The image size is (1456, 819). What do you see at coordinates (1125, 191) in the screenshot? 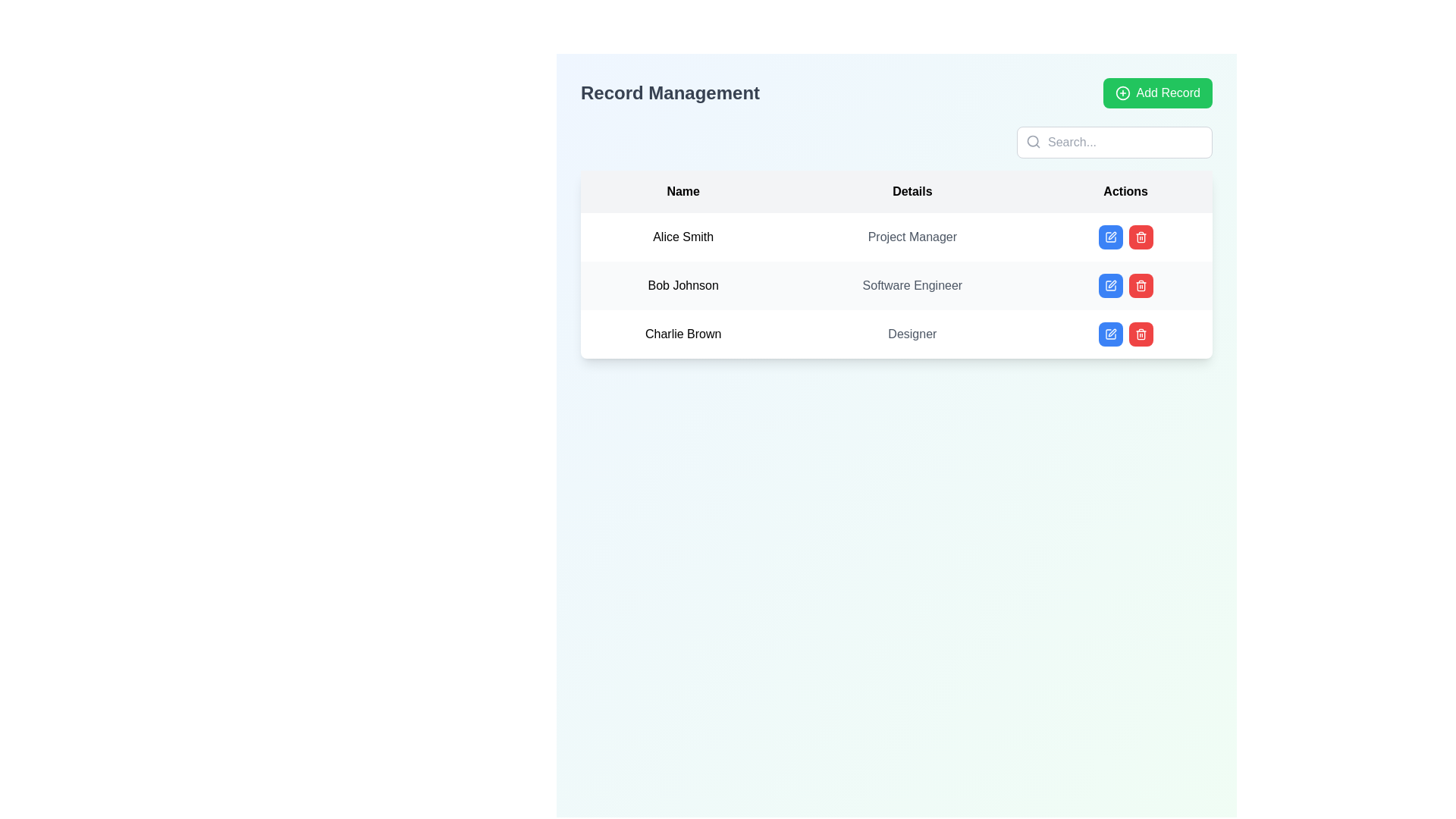
I see `the third column header text label in the table that indicates the purpose of the column, which is located to the right of the 'Name' and 'Details' columns` at bounding box center [1125, 191].